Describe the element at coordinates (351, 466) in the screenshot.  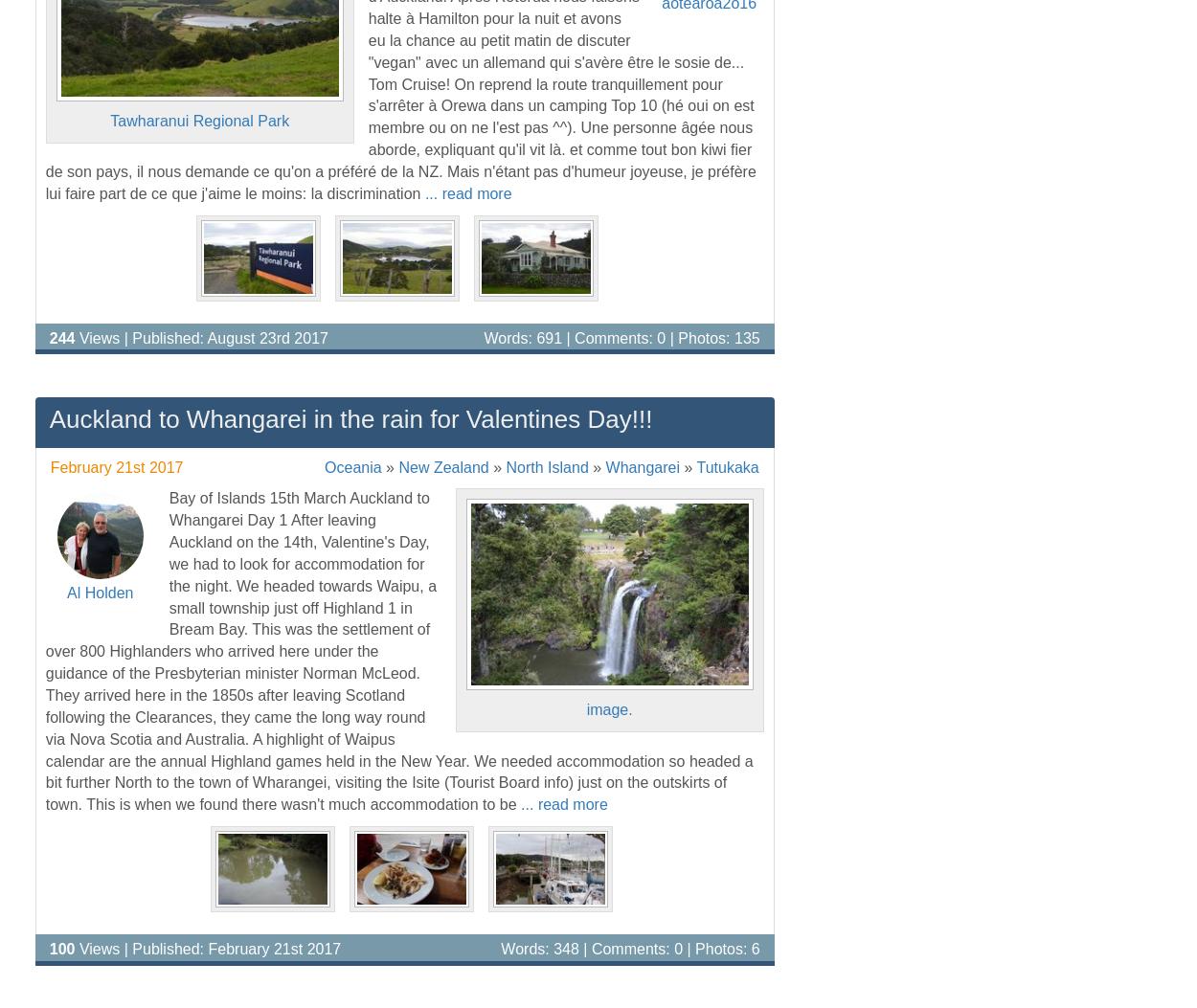
I see `'Oceania'` at that location.